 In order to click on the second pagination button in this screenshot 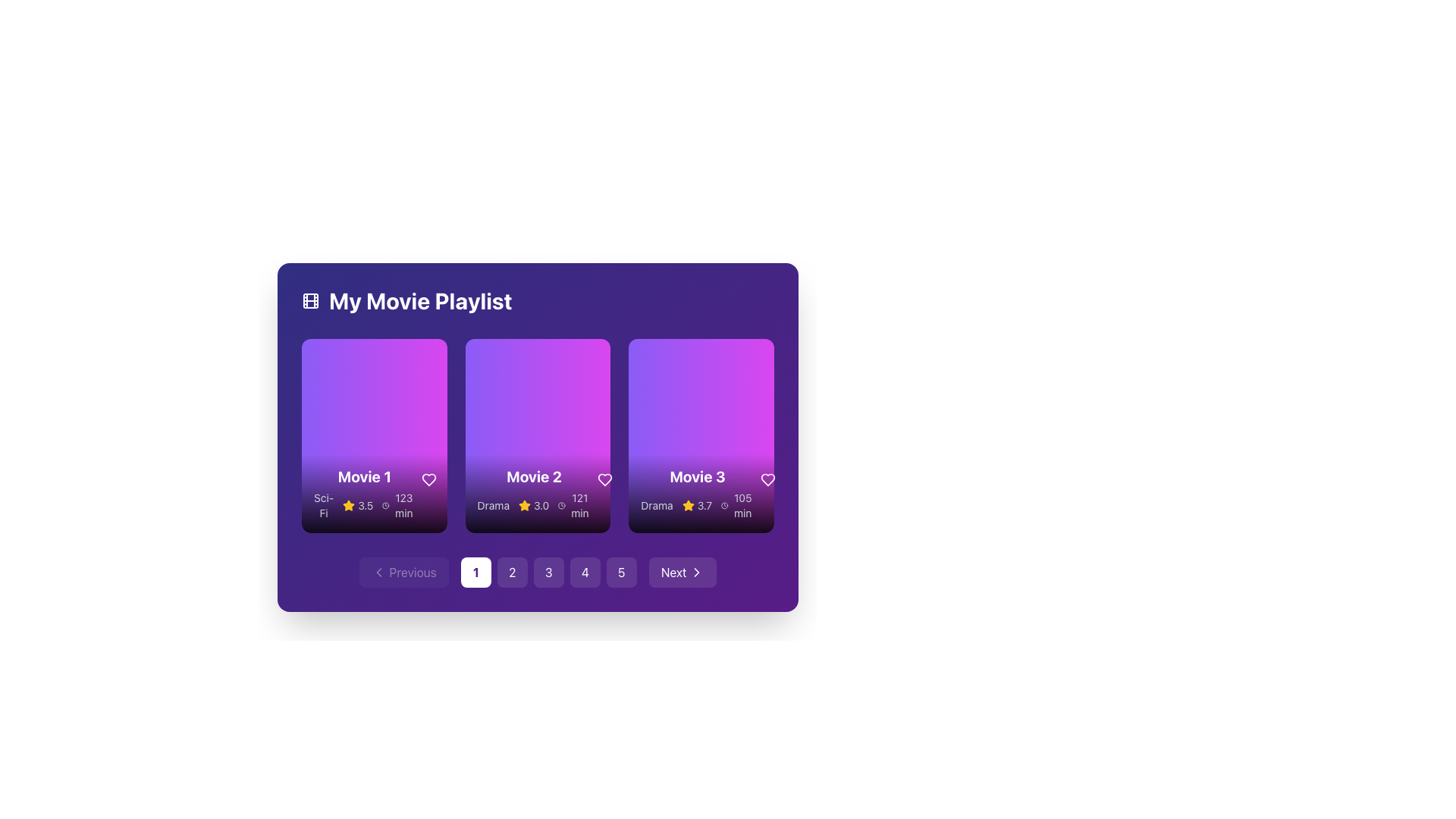, I will do `click(512, 573)`.